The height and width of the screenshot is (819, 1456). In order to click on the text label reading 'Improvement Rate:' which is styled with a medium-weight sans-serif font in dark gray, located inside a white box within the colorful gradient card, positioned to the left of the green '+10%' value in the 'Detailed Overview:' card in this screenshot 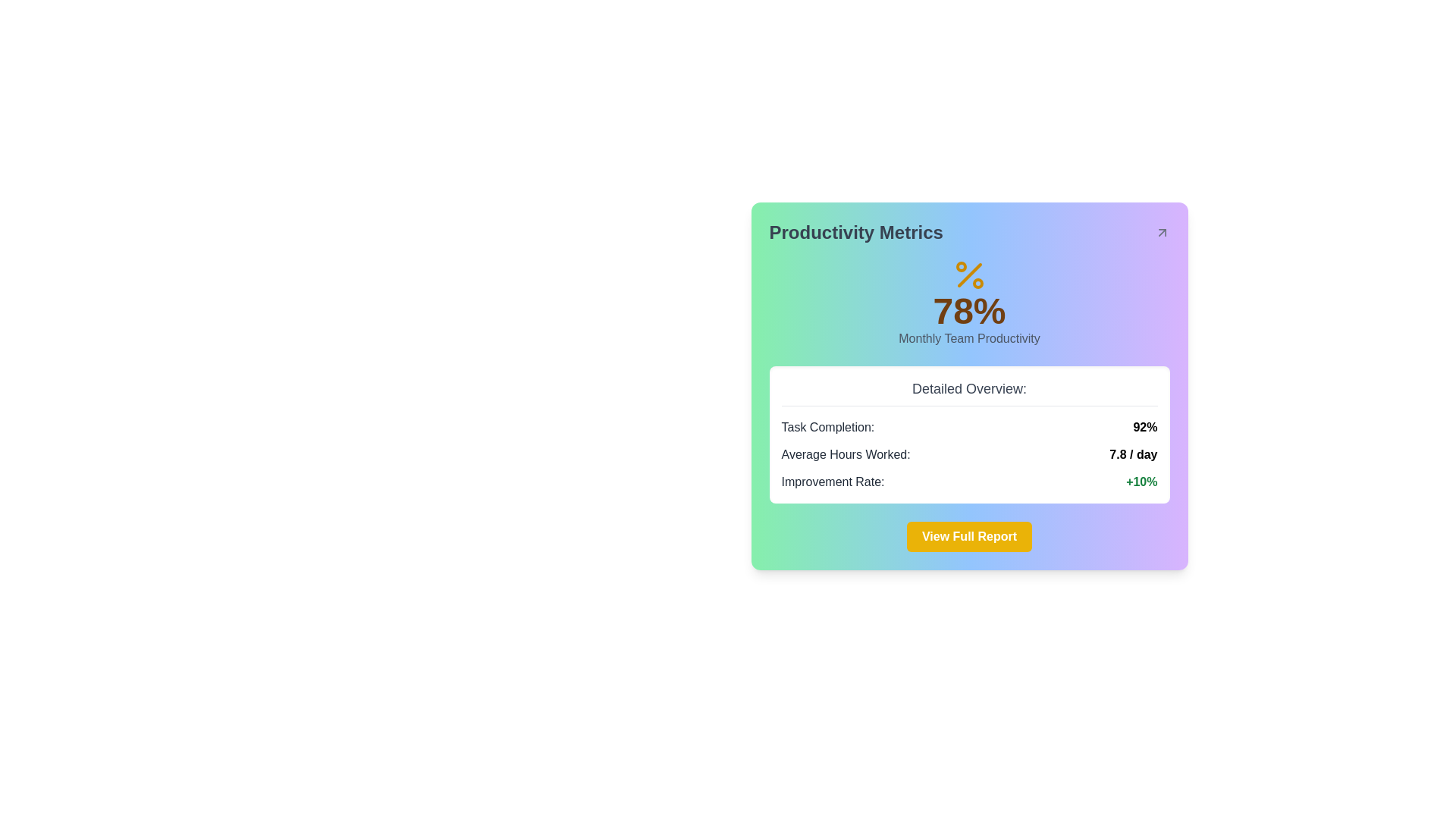, I will do `click(832, 482)`.